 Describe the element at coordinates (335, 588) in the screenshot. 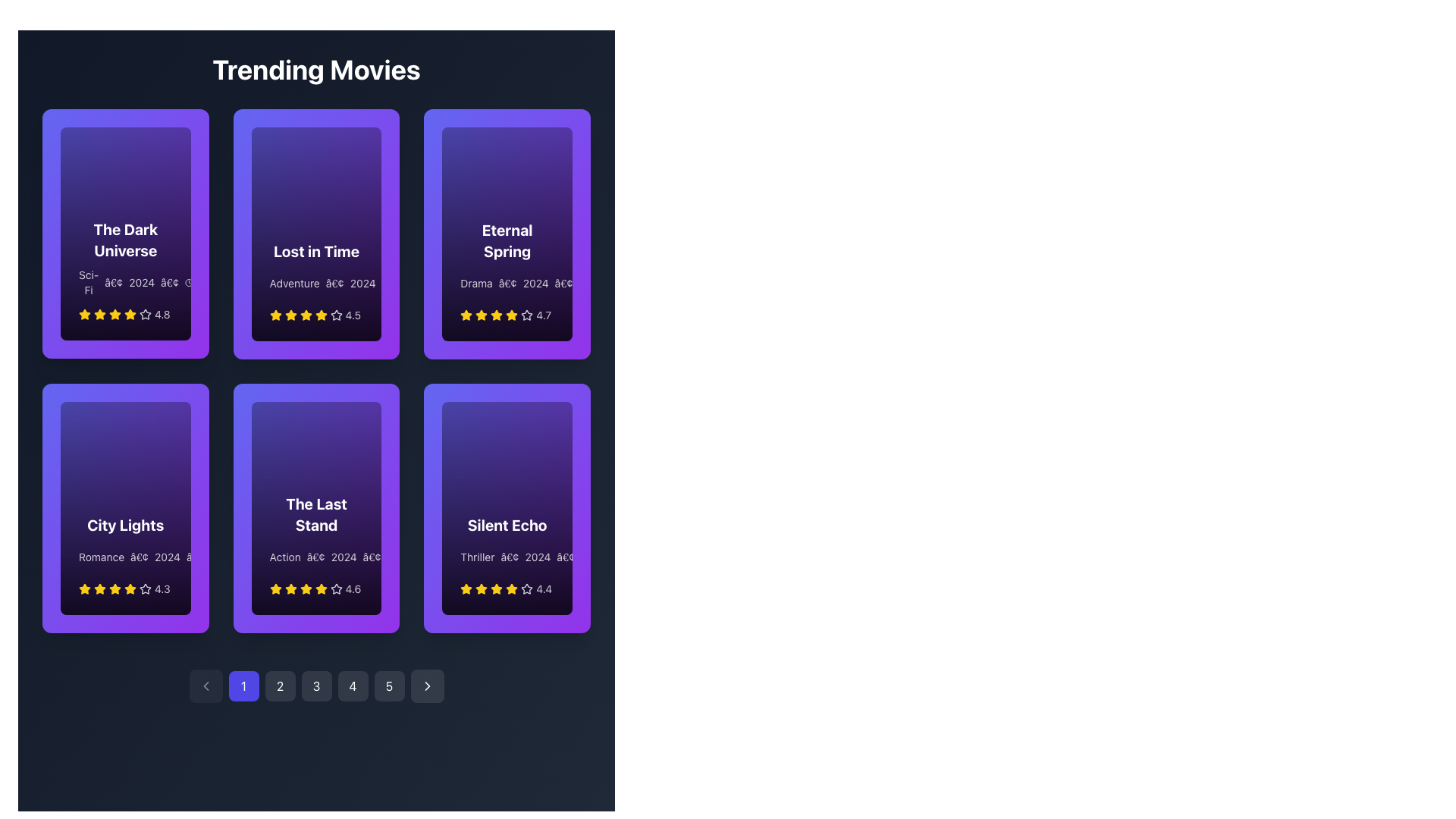

I see `the sixth star icon (Unselected) in the rating section below the movie card labeled 'The Last Stand'` at that location.